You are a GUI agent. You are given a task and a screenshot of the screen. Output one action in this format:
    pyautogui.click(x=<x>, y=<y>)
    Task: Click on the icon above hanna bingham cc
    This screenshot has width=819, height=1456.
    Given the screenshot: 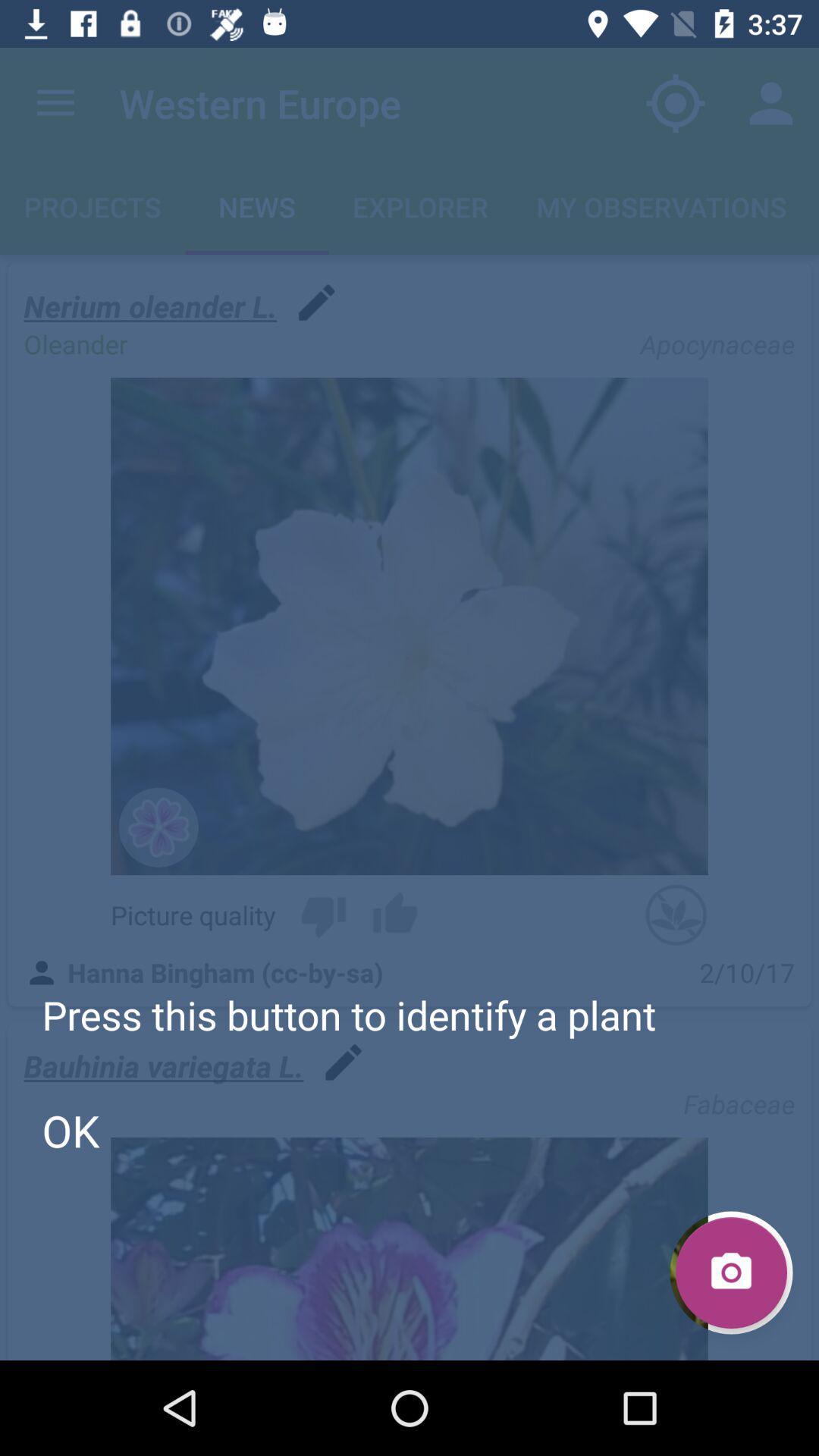 What is the action you would take?
    pyautogui.click(x=394, y=914)
    